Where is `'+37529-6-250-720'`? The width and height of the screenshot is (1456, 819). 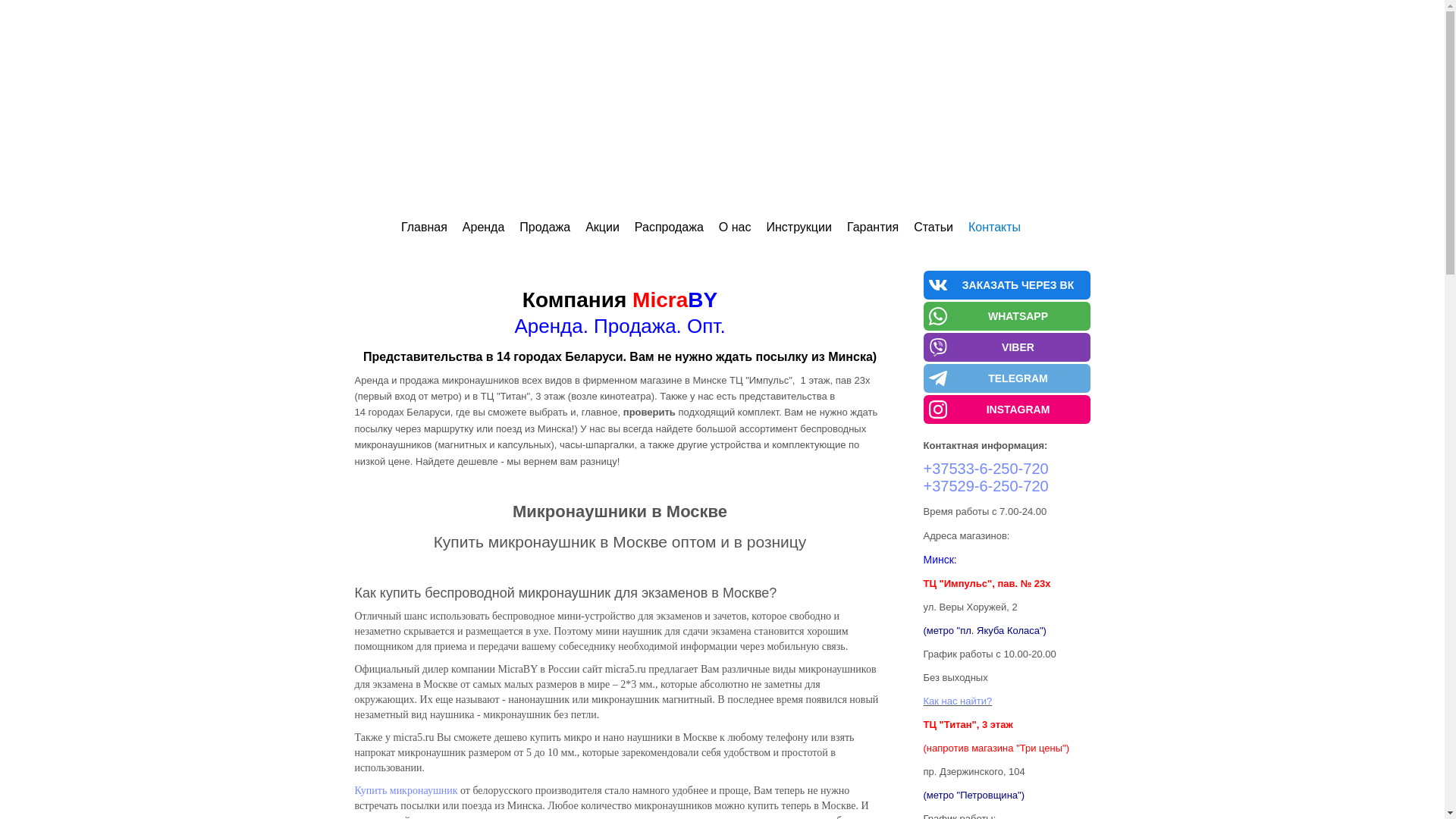
'+37529-6-250-720' is located at coordinates (986, 485).